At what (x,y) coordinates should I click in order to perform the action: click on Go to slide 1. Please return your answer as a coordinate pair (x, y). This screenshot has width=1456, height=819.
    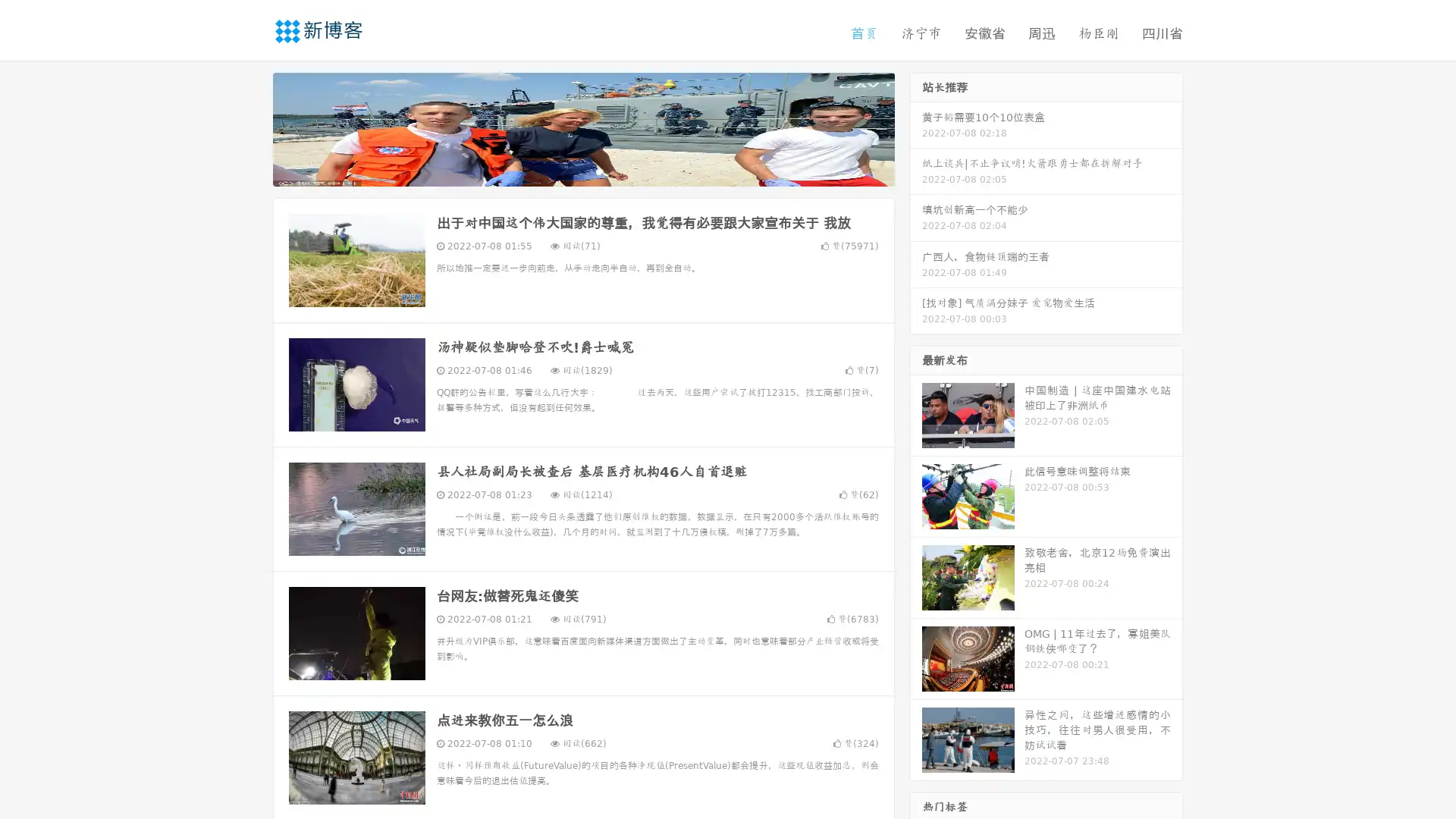
    Looking at the image, I should click on (567, 171).